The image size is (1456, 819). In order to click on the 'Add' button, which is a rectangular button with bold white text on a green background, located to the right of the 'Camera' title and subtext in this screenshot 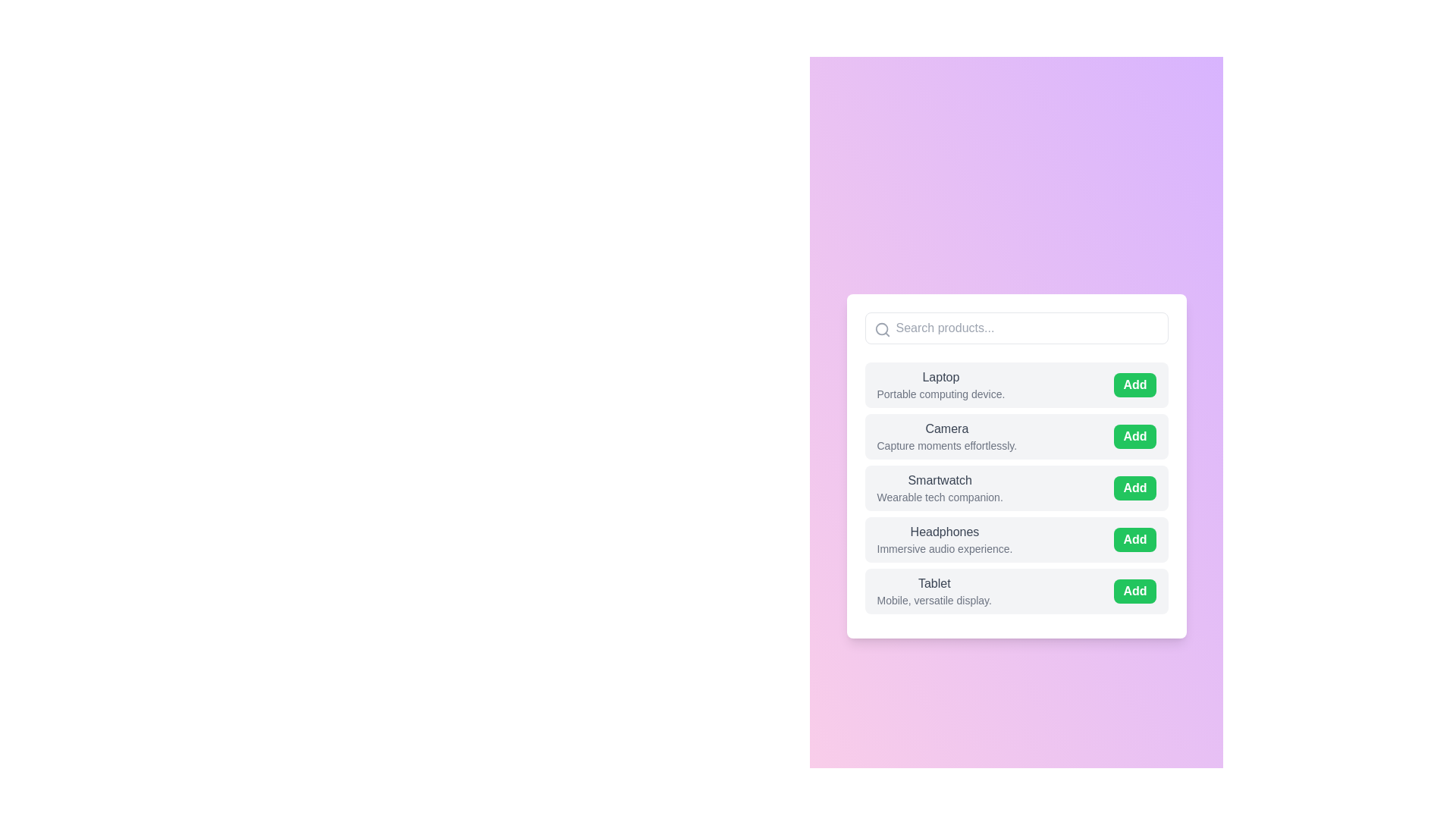, I will do `click(1135, 436)`.